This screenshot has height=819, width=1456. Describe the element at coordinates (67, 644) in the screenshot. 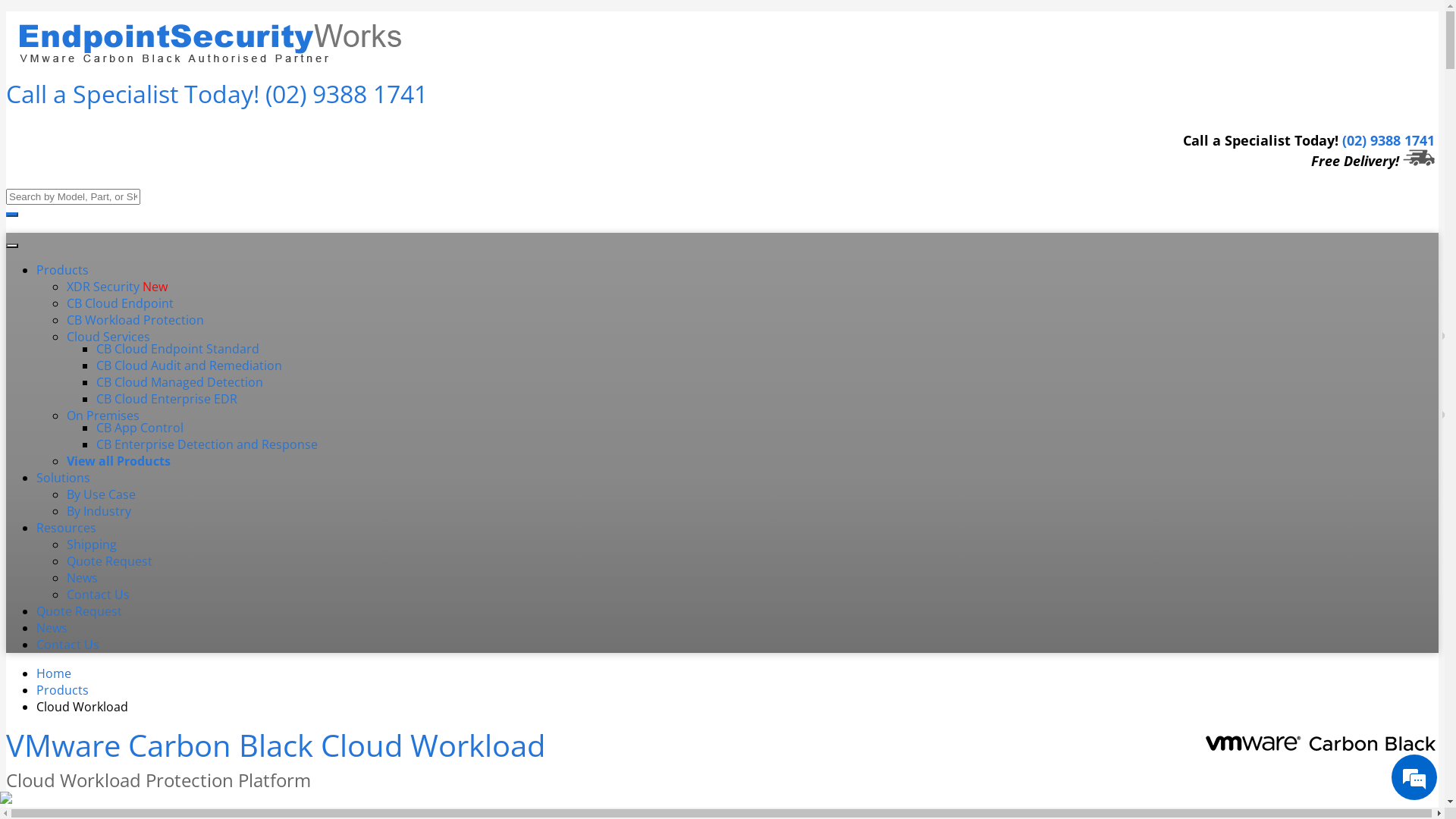

I see `'Contact Us'` at that location.